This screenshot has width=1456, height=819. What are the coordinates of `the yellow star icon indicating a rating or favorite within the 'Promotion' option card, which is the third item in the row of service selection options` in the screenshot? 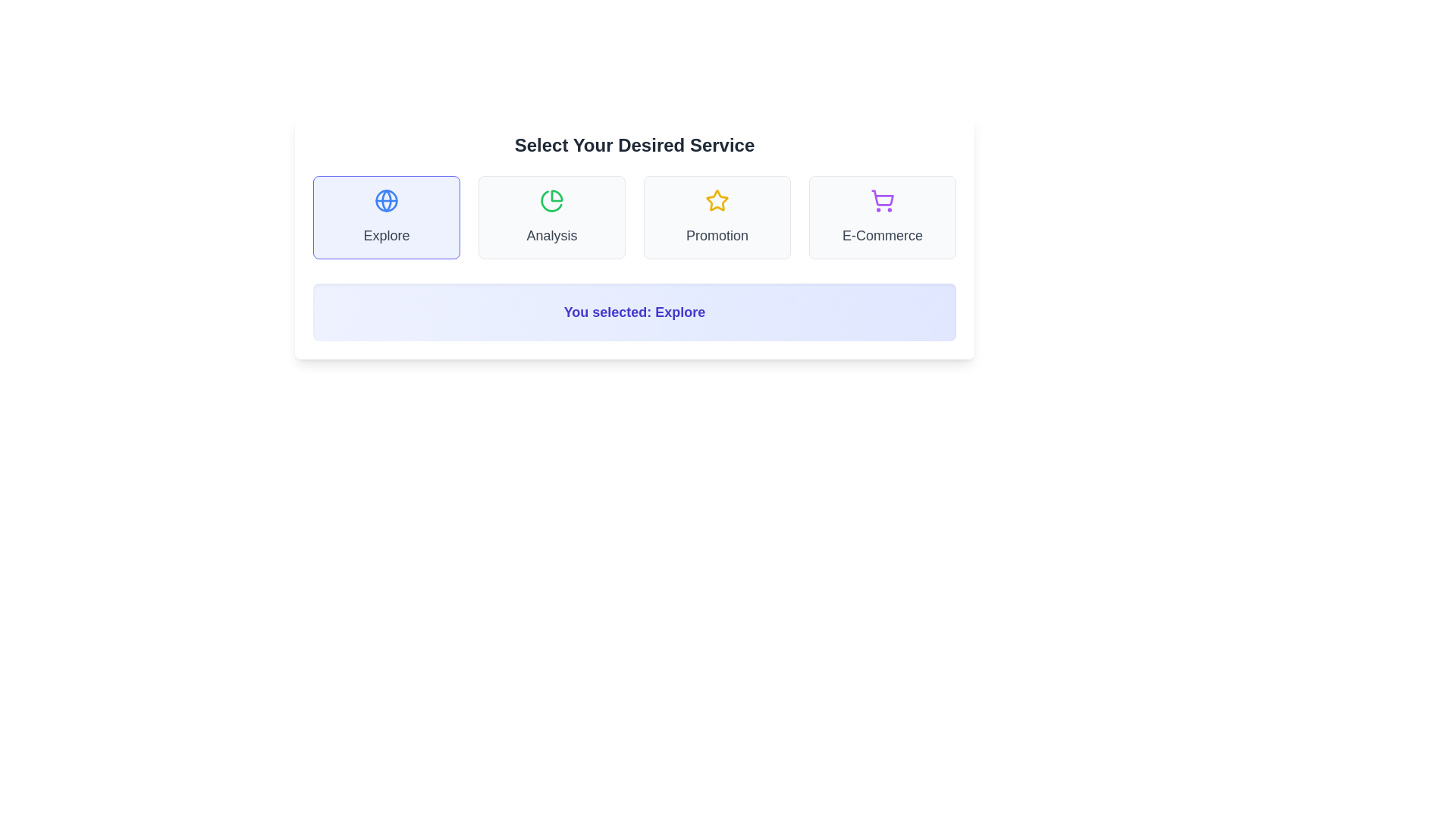 It's located at (716, 199).